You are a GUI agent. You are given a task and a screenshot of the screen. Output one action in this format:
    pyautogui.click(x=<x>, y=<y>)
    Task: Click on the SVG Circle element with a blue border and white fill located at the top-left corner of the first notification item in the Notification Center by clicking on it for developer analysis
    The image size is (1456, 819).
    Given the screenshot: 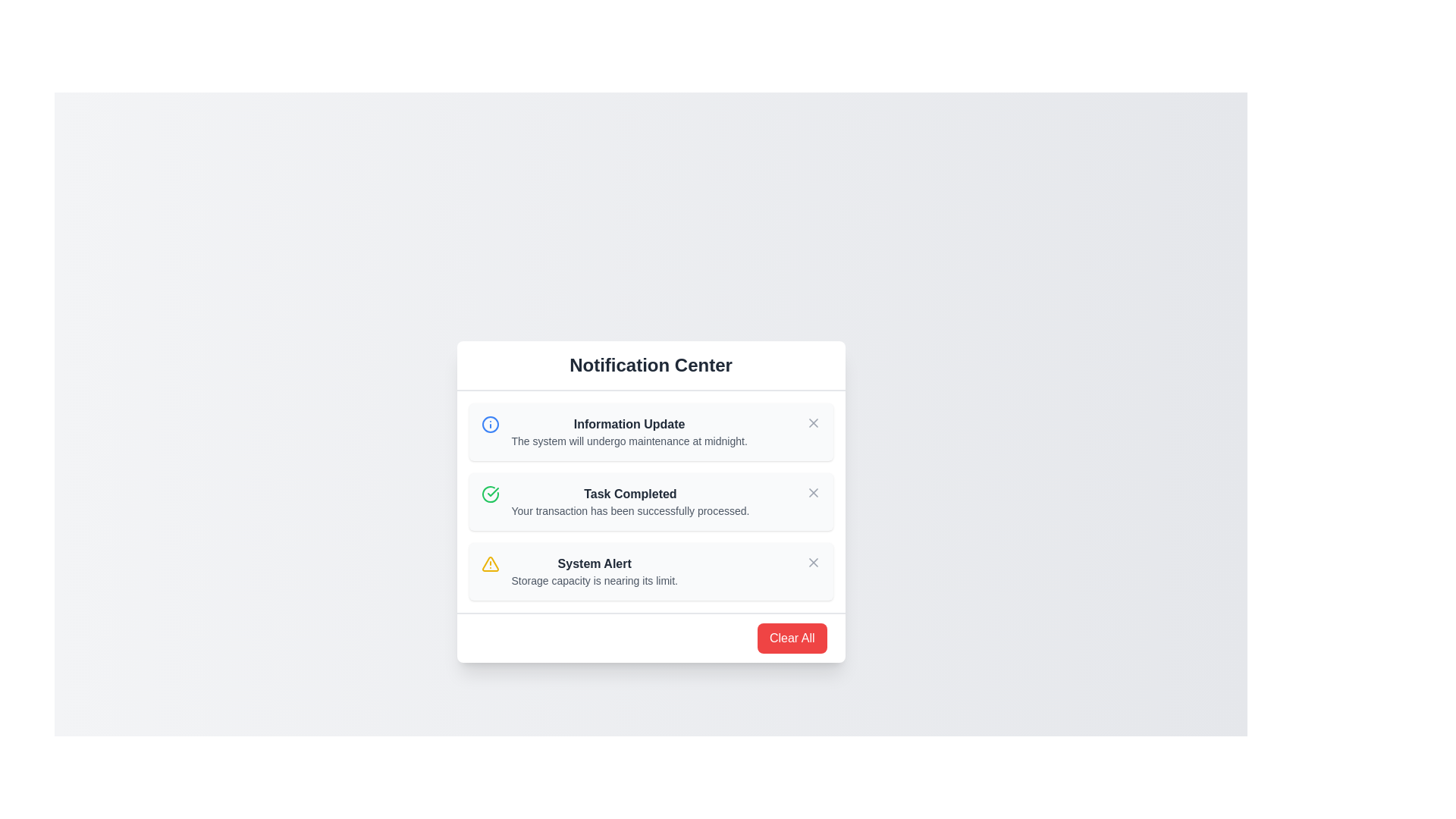 What is the action you would take?
    pyautogui.click(x=490, y=424)
    